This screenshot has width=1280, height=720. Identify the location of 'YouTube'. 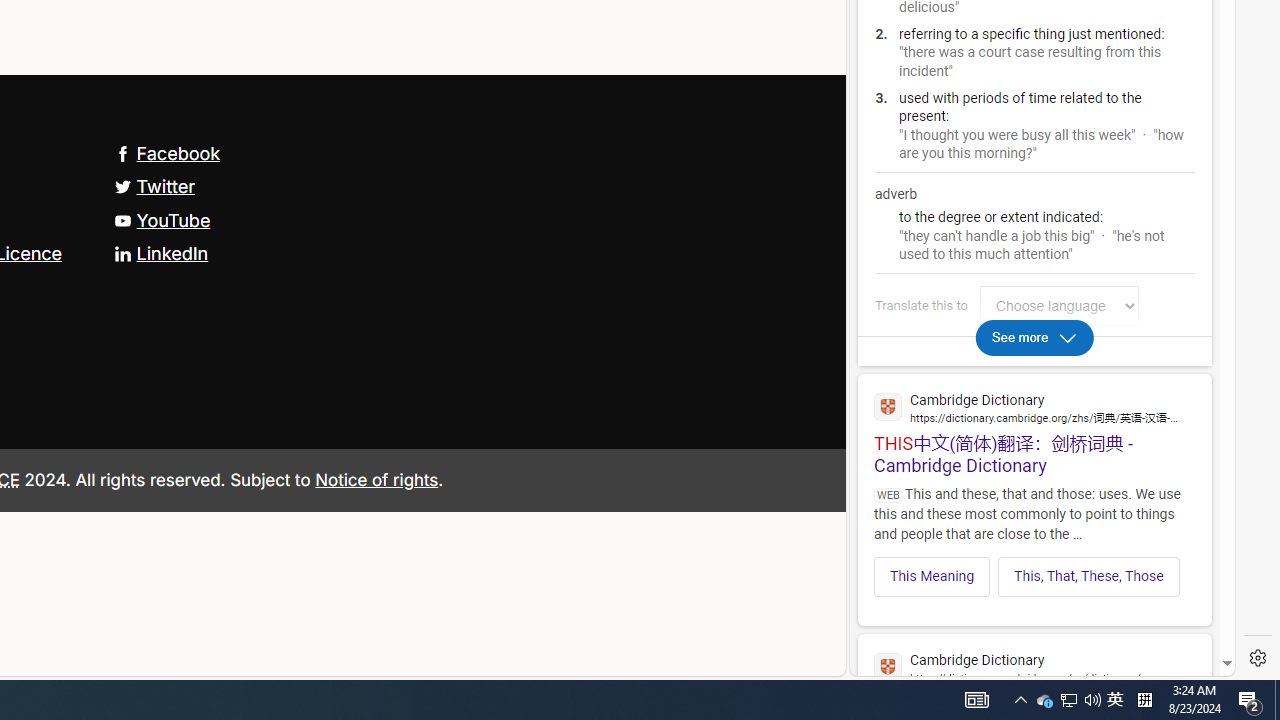
(162, 219).